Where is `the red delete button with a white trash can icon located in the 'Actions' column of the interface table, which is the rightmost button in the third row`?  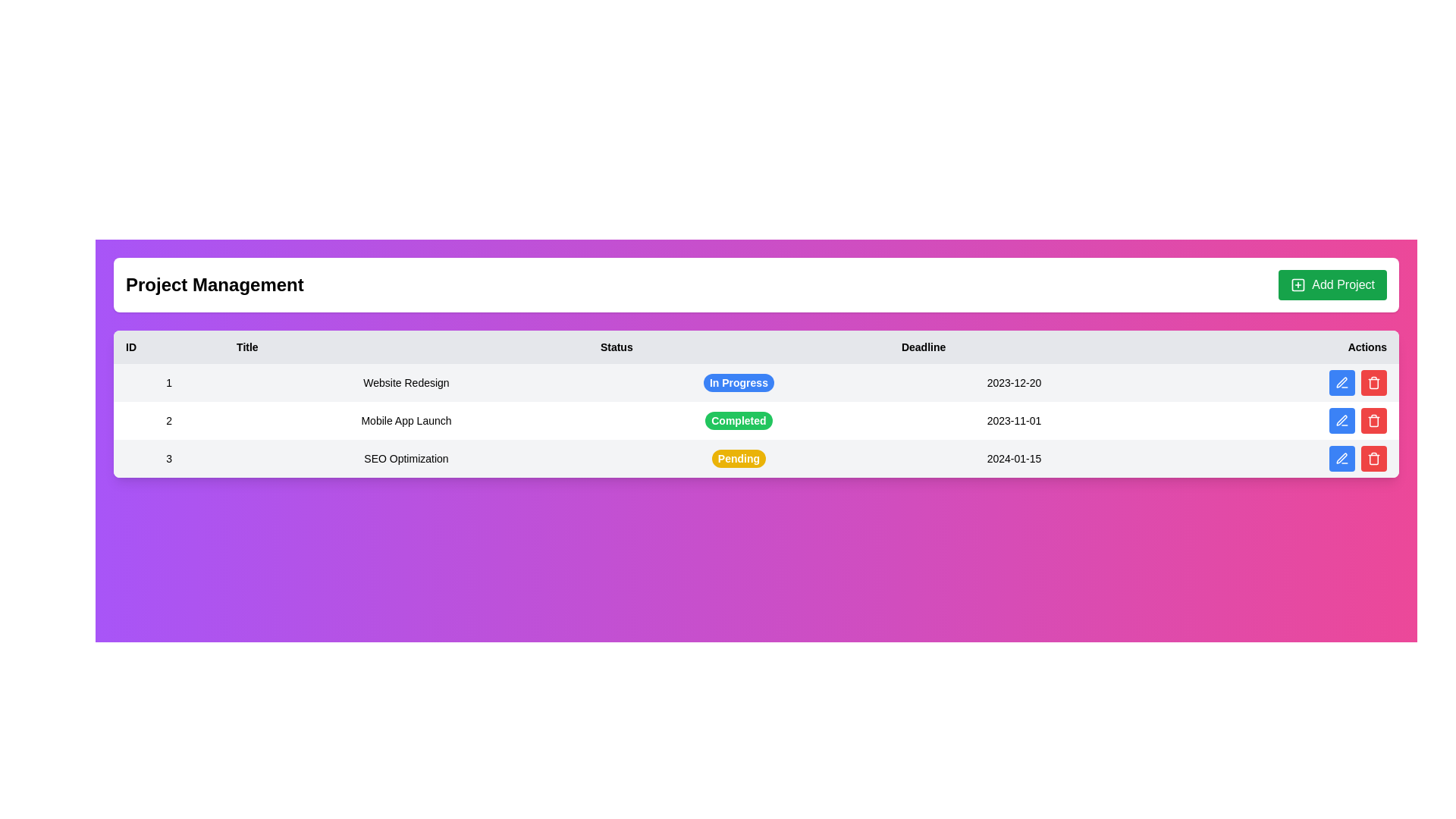
the red delete button with a white trash can icon located in the 'Actions' column of the interface table, which is the rightmost button in the third row is located at coordinates (1373, 382).